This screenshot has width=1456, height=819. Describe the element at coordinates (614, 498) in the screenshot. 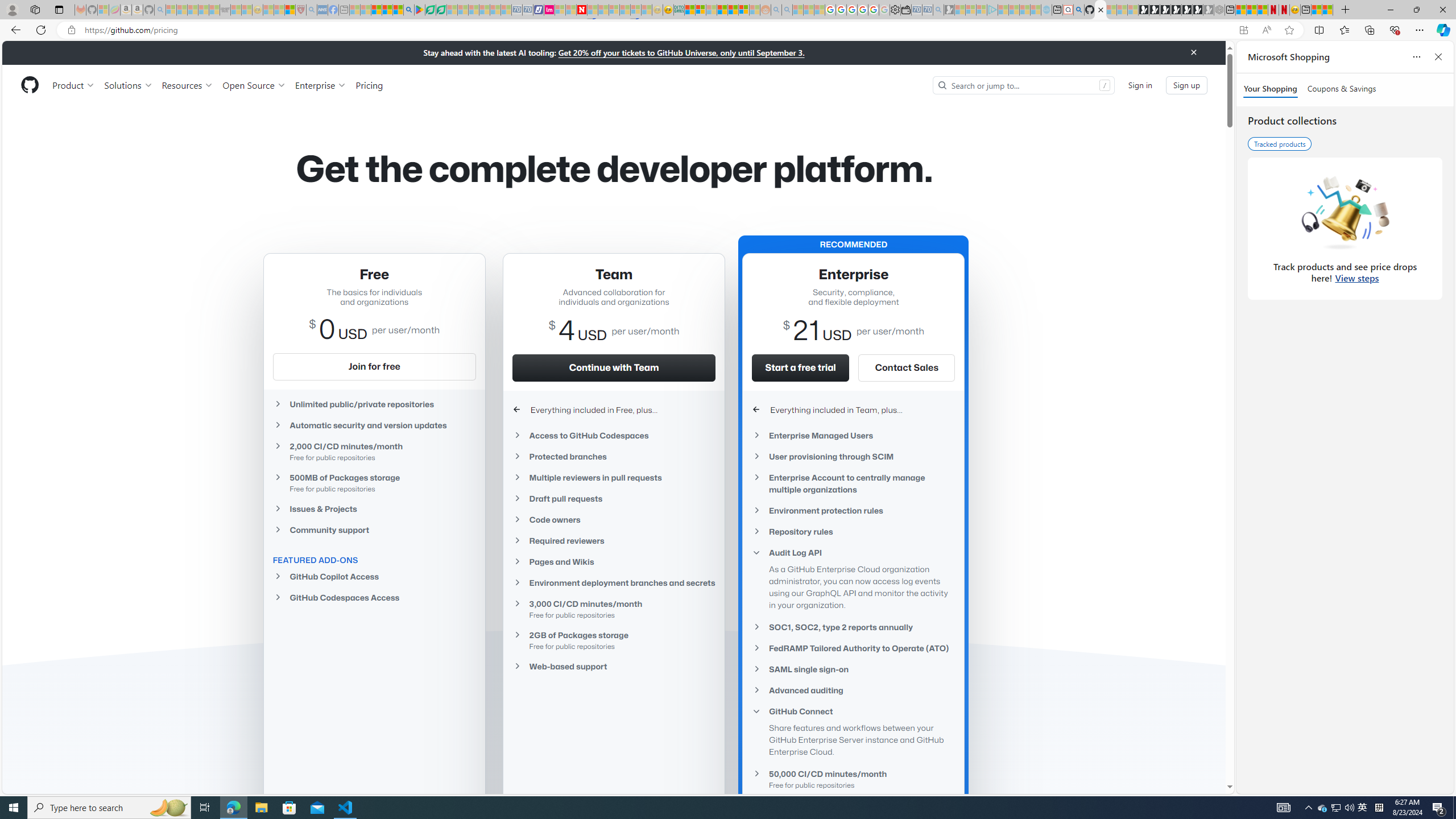

I see `'Draft pull requests'` at that location.